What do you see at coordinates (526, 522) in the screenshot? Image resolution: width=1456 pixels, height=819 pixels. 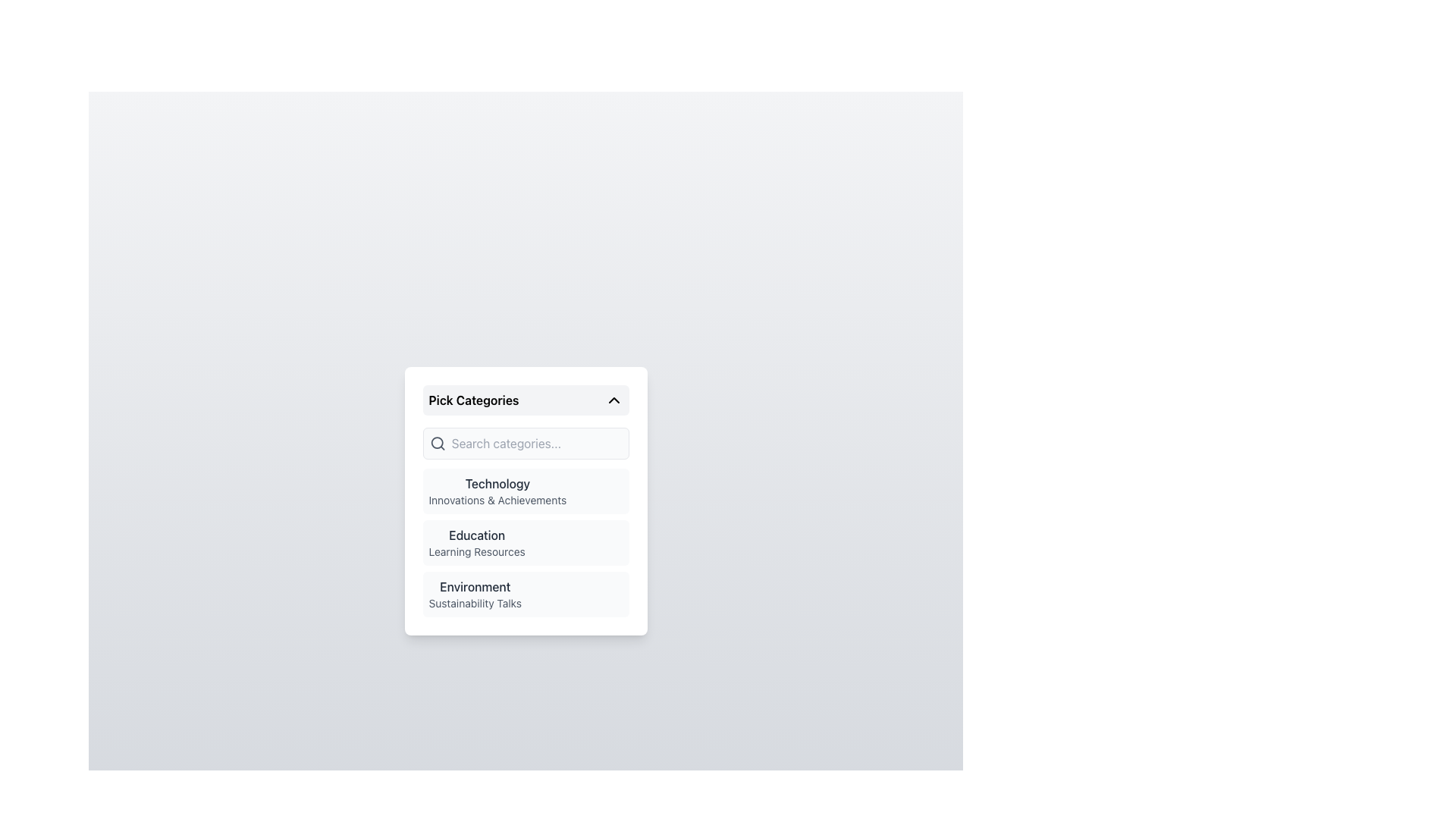 I see `the selectable category item labeled 'Education' in the dropdown titled 'Pick Categories'` at bounding box center [526, 522].